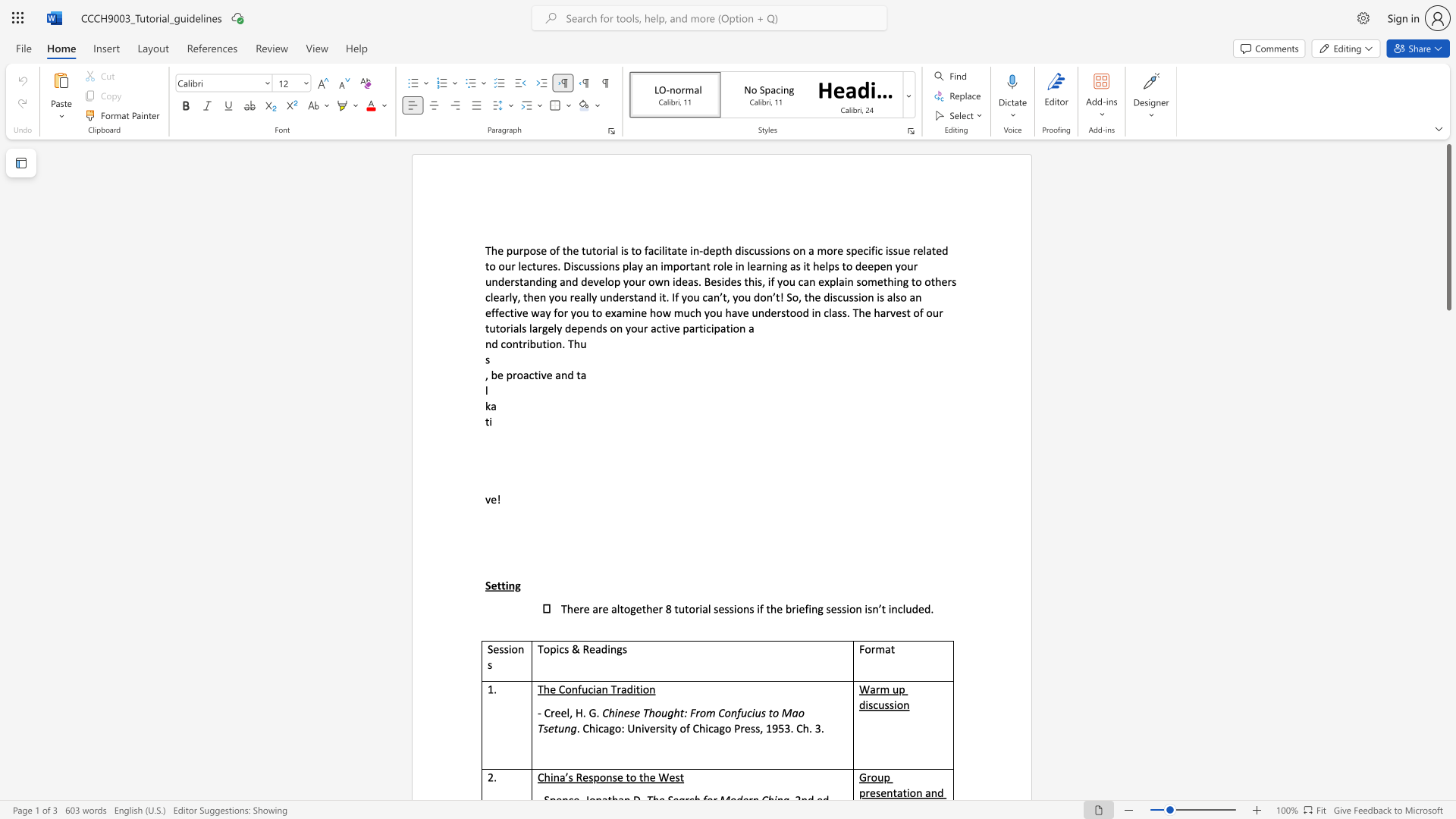  I want to click on the scrollbar on the side, so click(1448, 461).